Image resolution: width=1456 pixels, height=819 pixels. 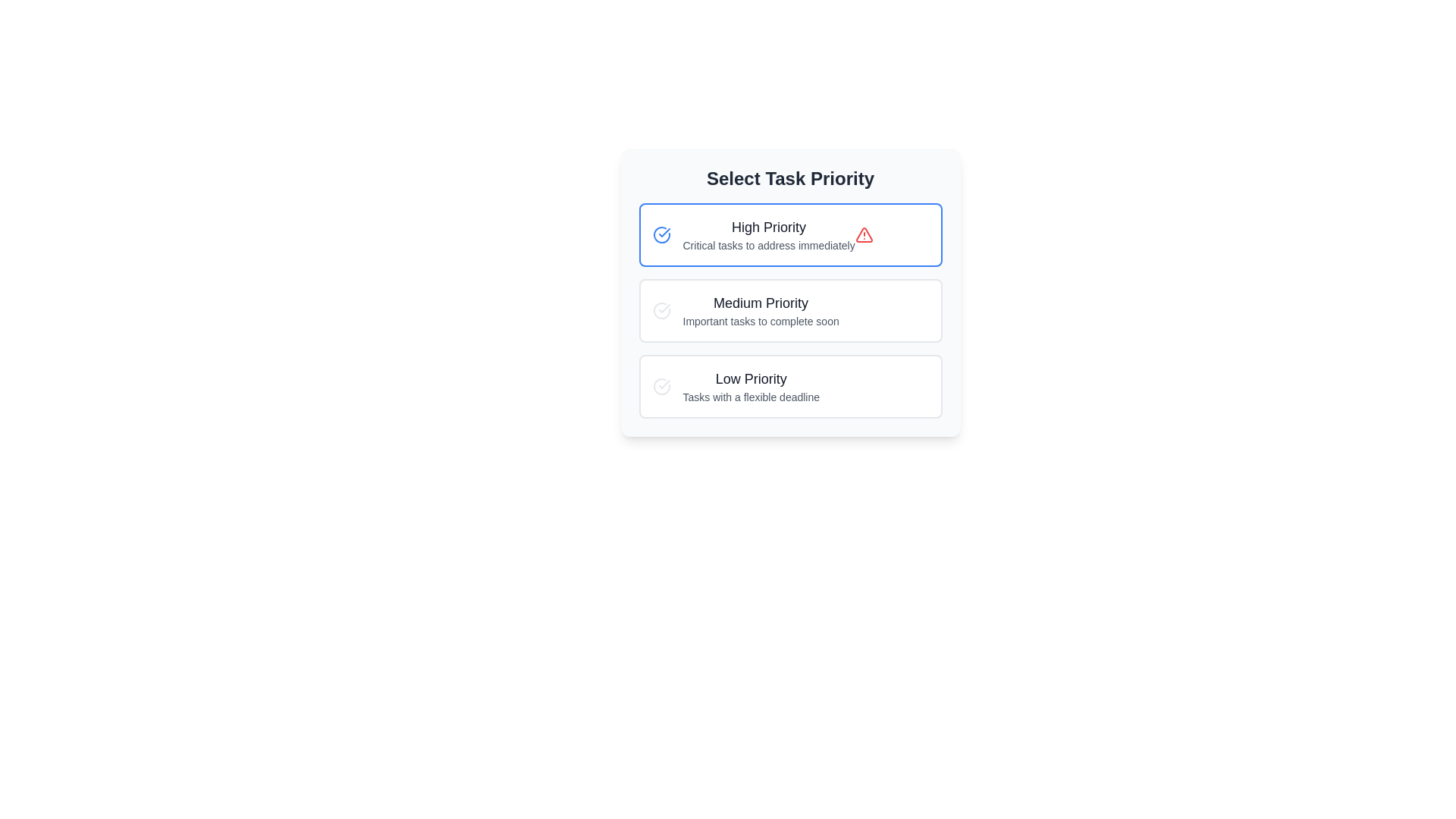 What do you see at coordinates (864, 234) in the screenshot?
I see `the alert icon located within the 'High Priority' option box, to the right of the text 'Critical tasks` at bounding box center [864, 234].